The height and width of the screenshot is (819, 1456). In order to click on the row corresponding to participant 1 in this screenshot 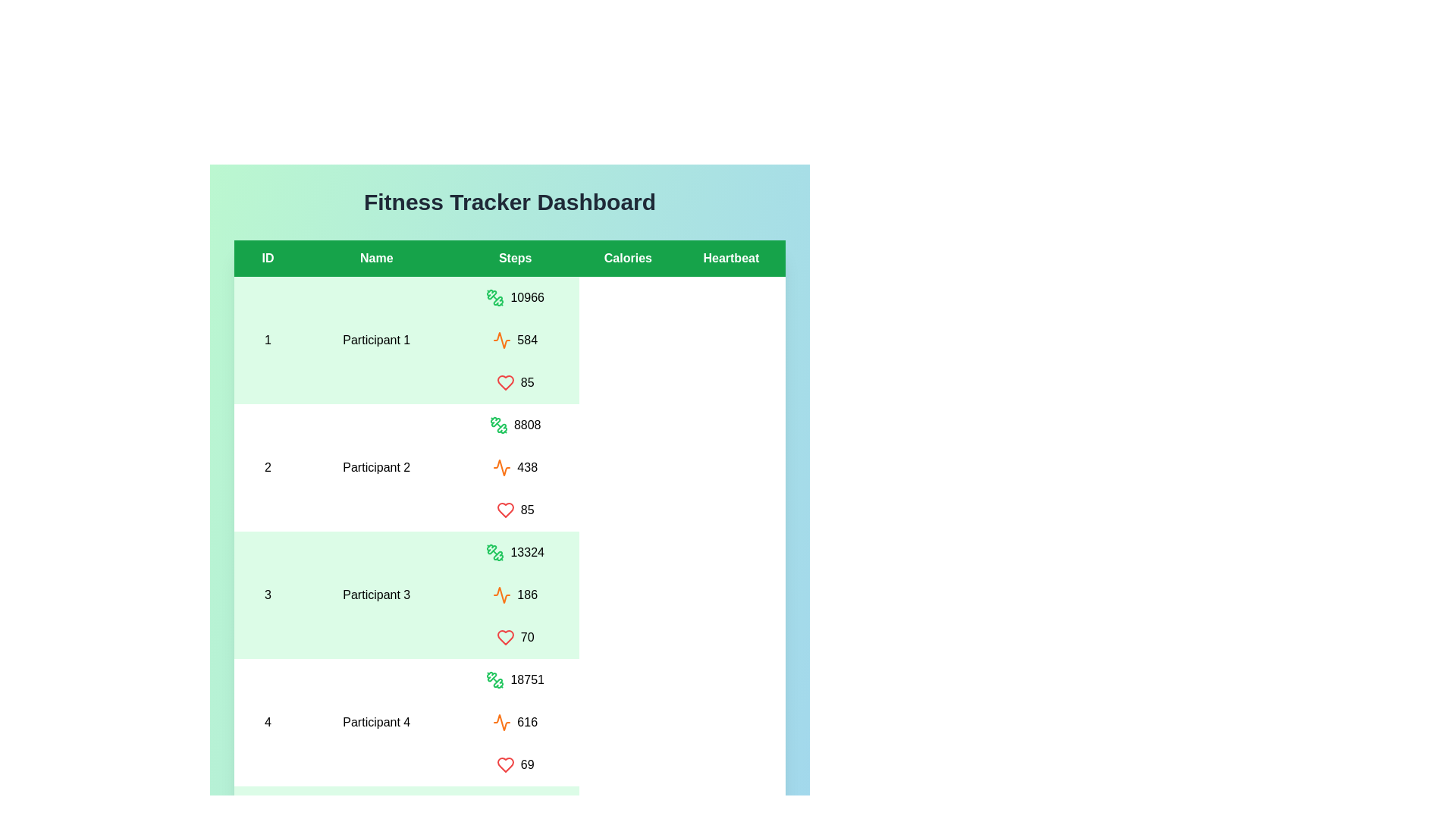, I will do `click(510, 339)`.